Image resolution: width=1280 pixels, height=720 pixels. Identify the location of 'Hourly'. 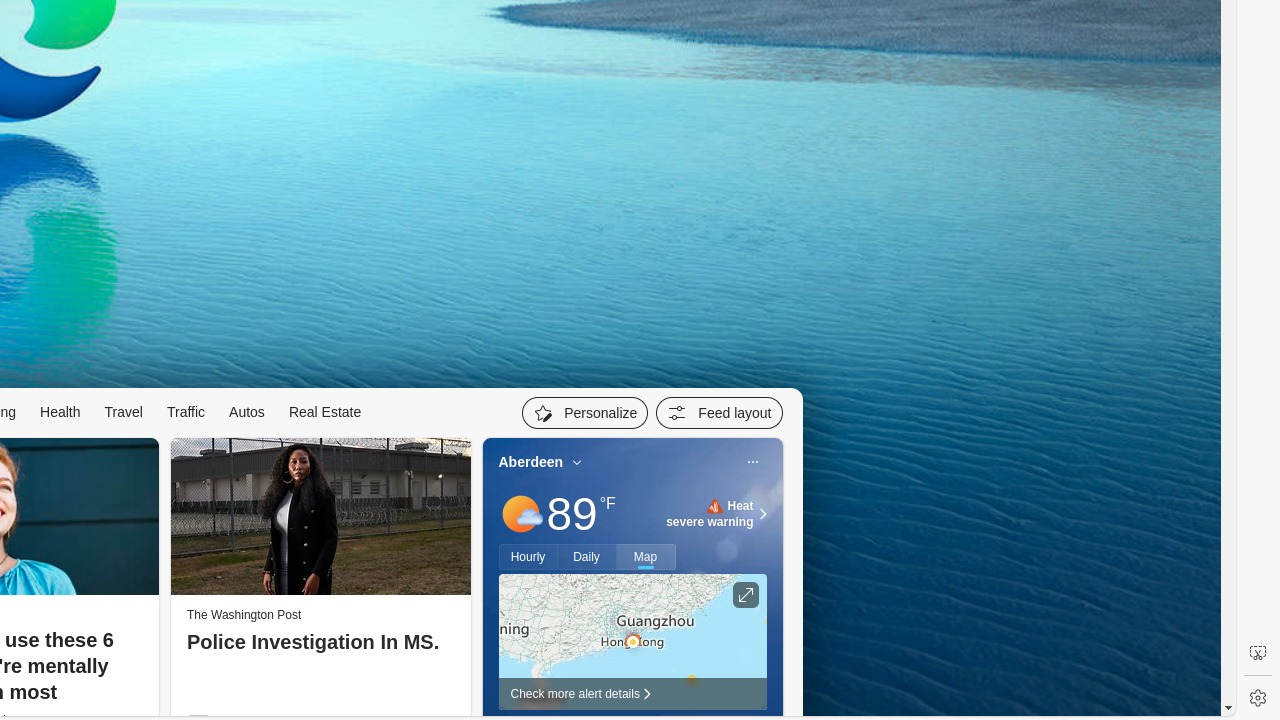
(528, 556).